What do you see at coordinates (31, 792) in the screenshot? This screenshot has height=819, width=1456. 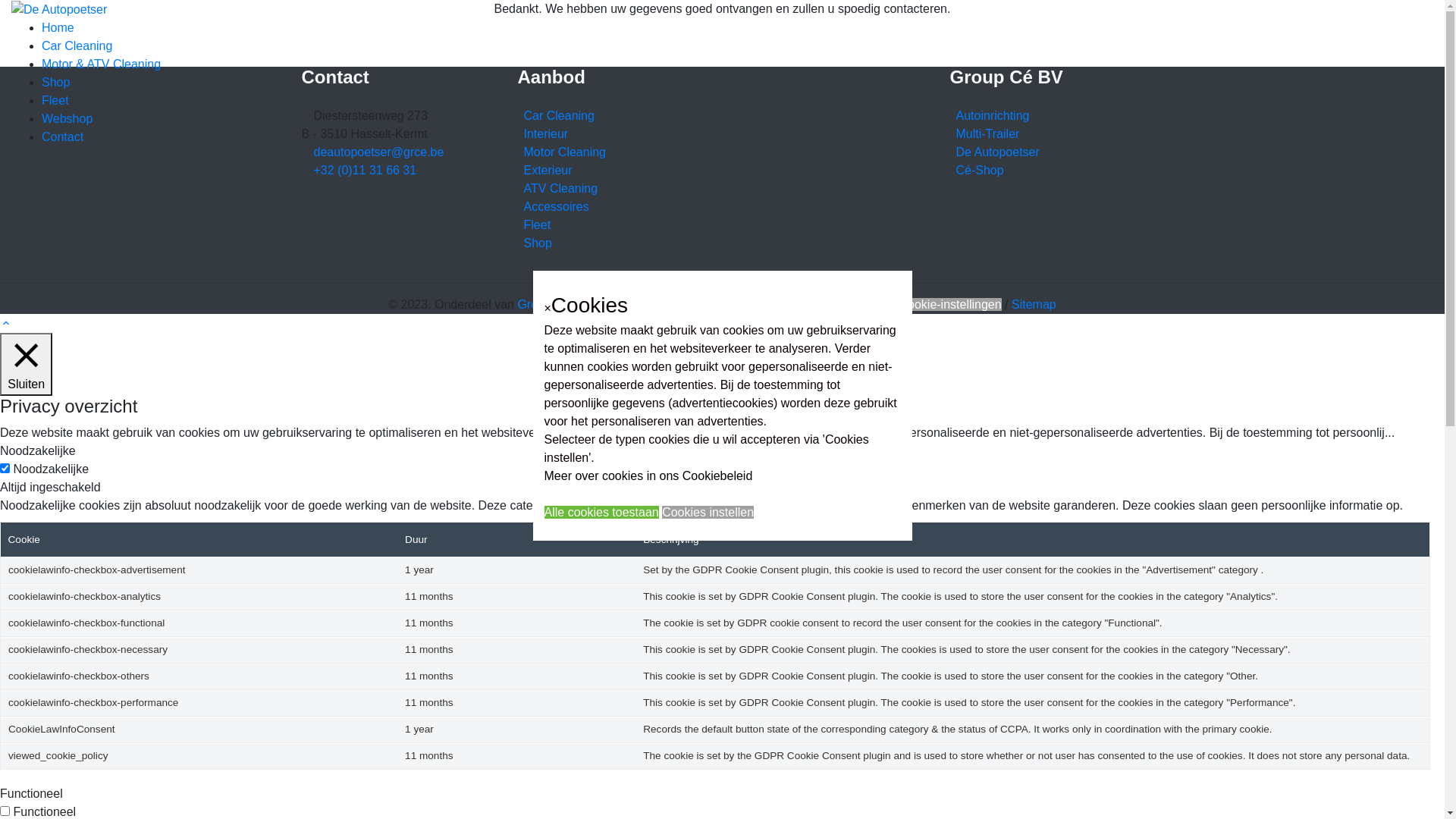 I see `'Functioneel'` at bounding box center [31, 792].